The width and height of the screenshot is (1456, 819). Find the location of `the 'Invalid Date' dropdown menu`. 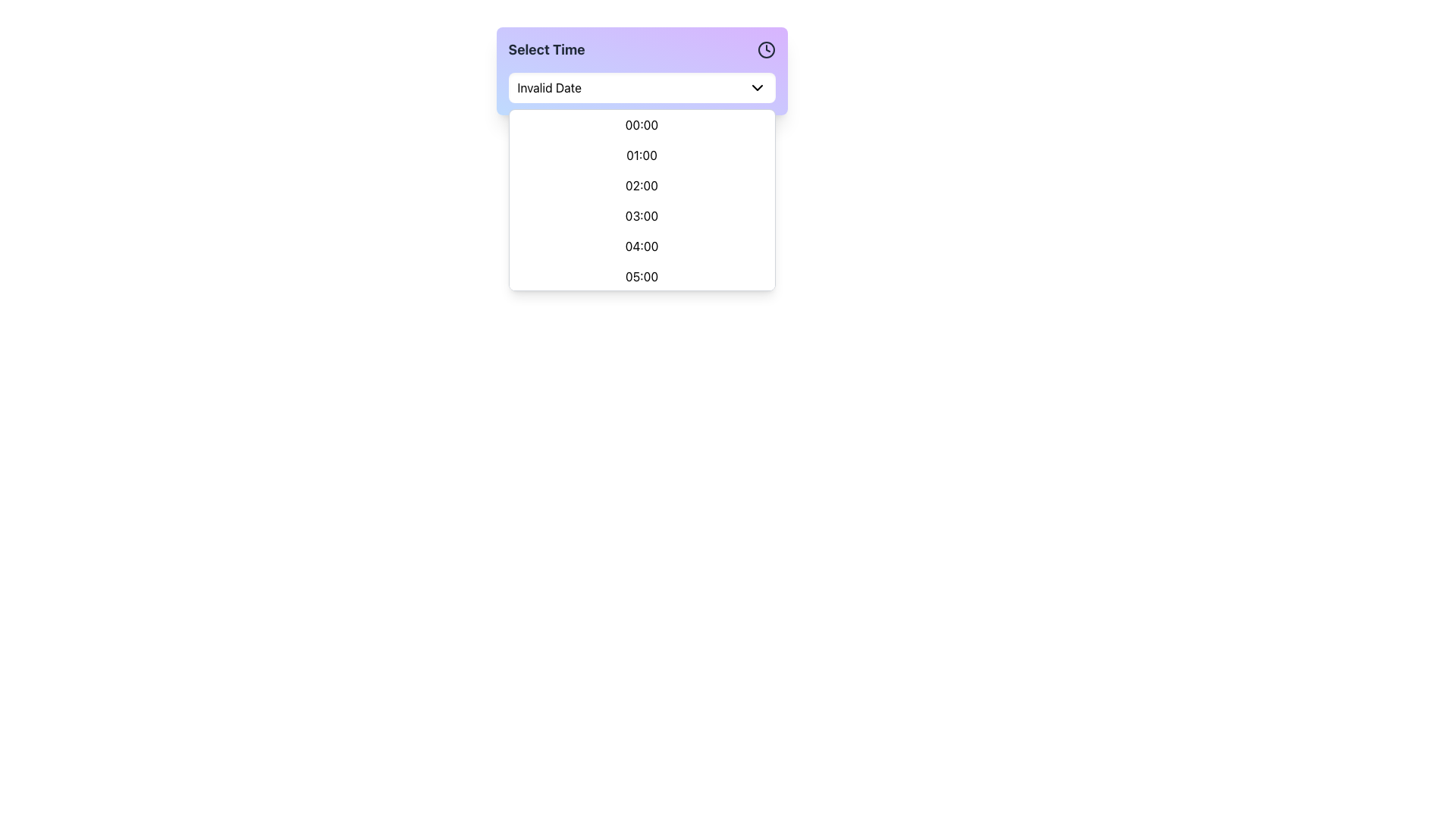

the 'Invalid Date' dropdown menu is located at coordinates (642, 87).